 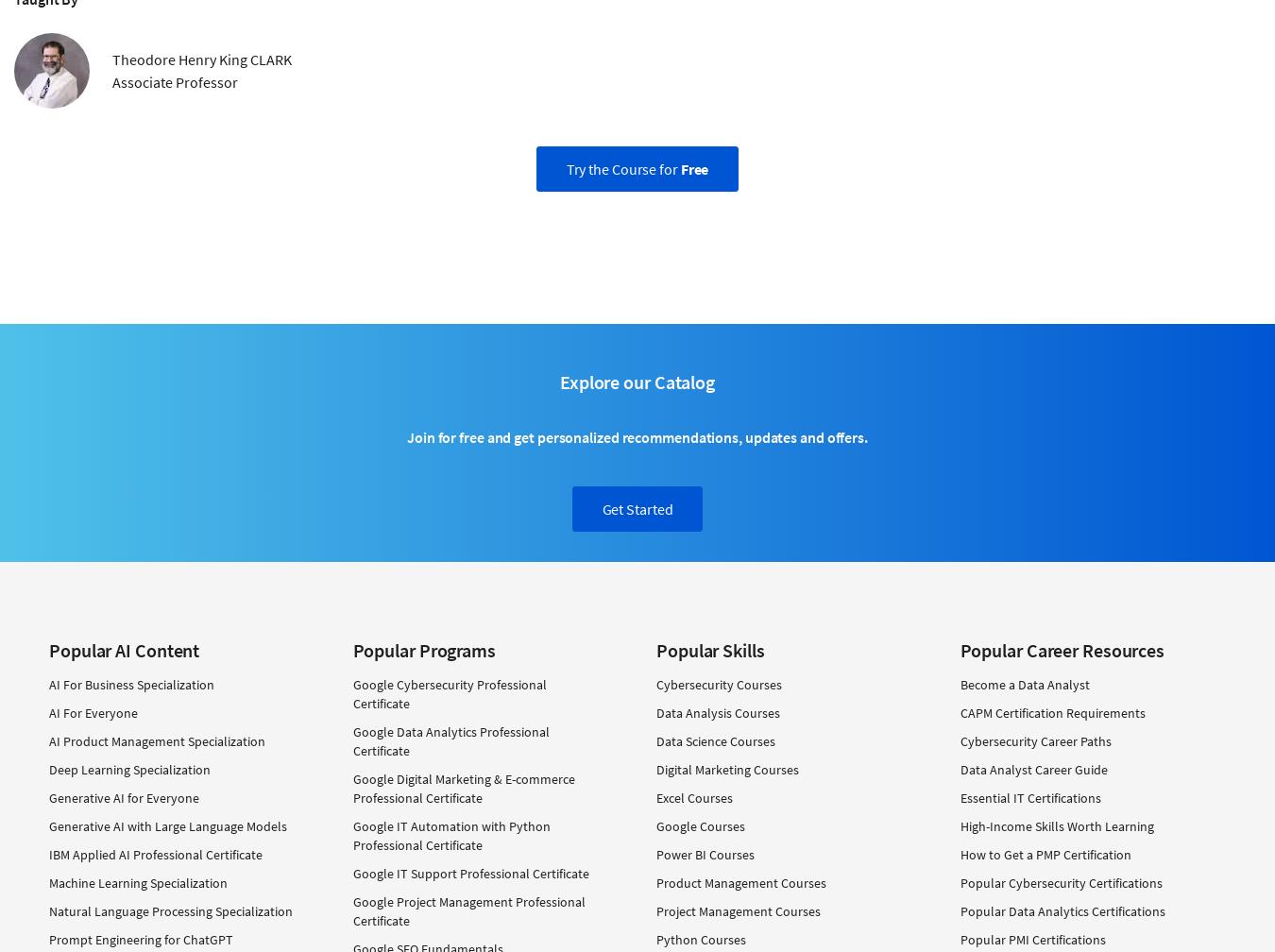 I want to click on 'Product Management Courses', so click(x=740, y=882).